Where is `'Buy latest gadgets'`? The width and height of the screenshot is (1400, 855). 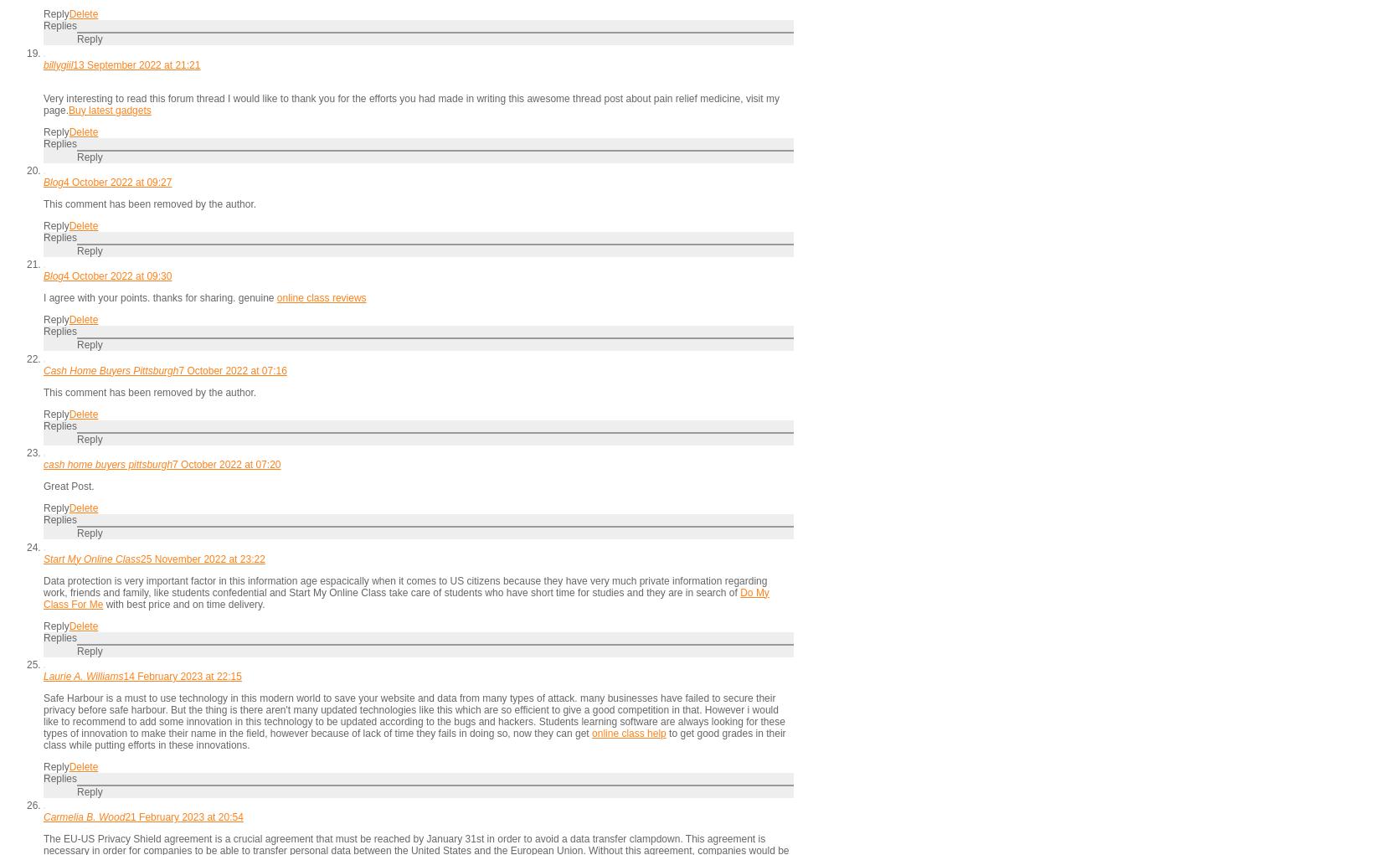
'Buy latest gadgets' is located at coordinates (108, 109).